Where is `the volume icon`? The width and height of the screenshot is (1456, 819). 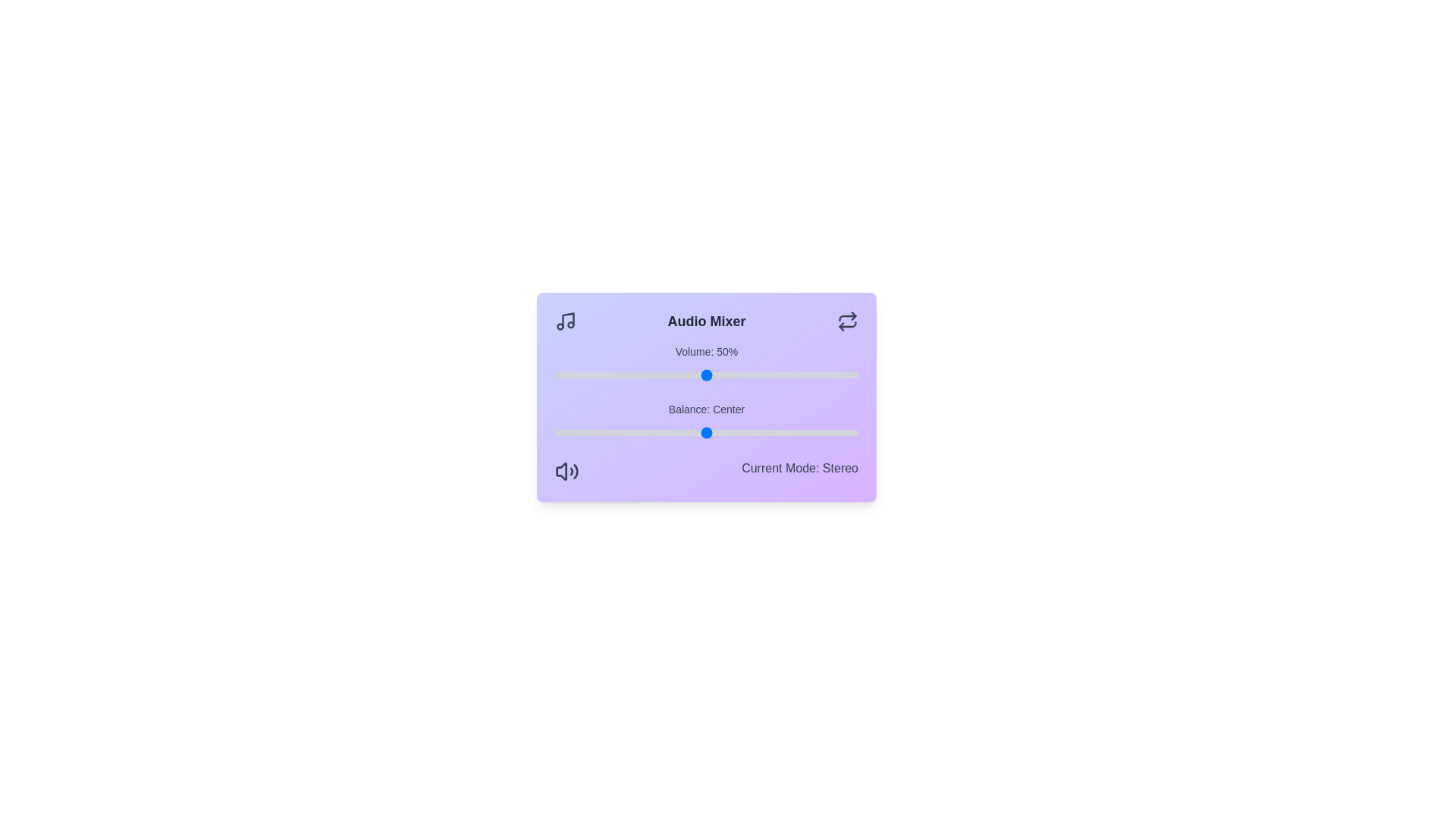
the volume icon is located at coordinates (566, 470).